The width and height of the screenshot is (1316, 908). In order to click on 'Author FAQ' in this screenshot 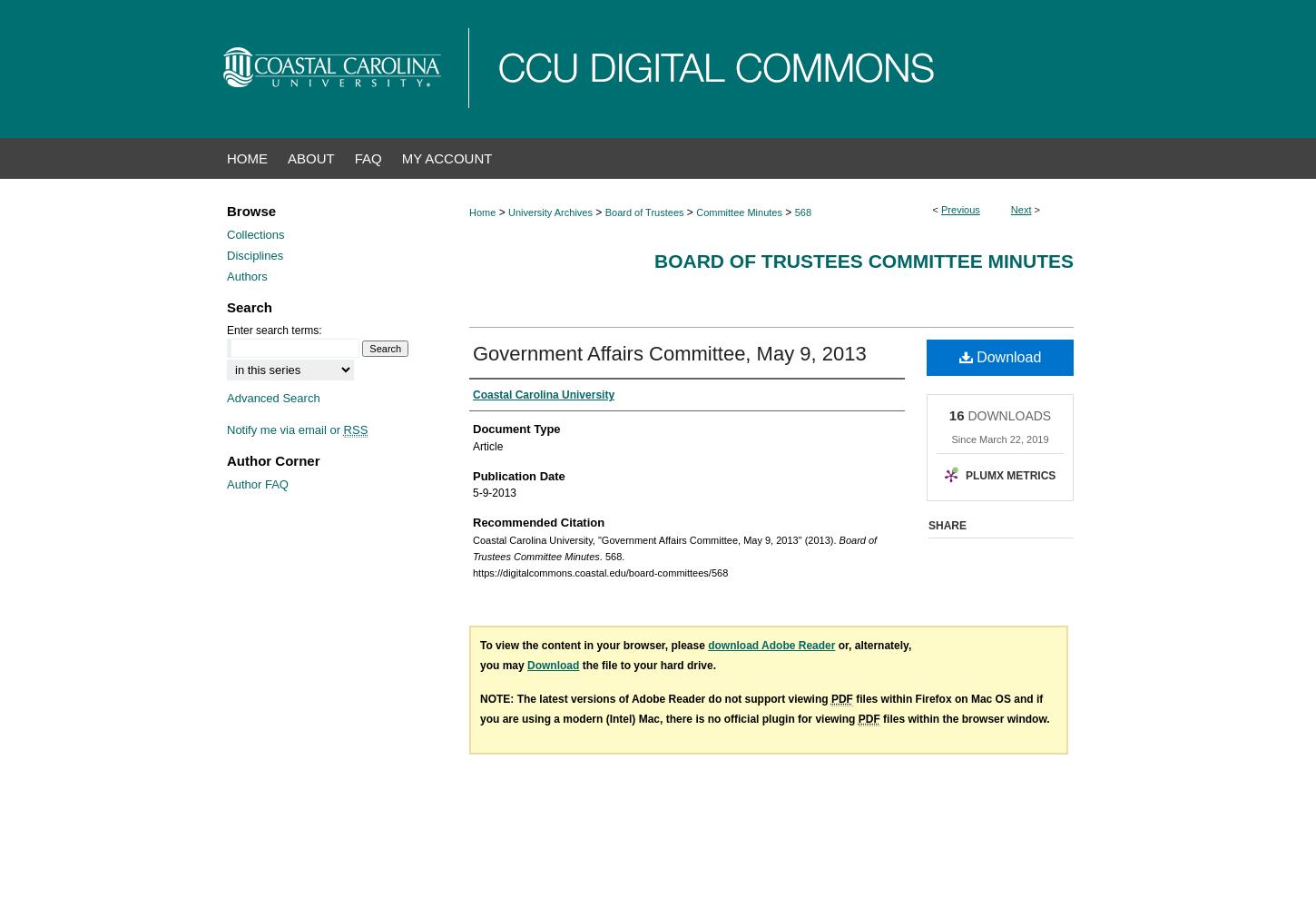, I will do `click(226, 483)`.